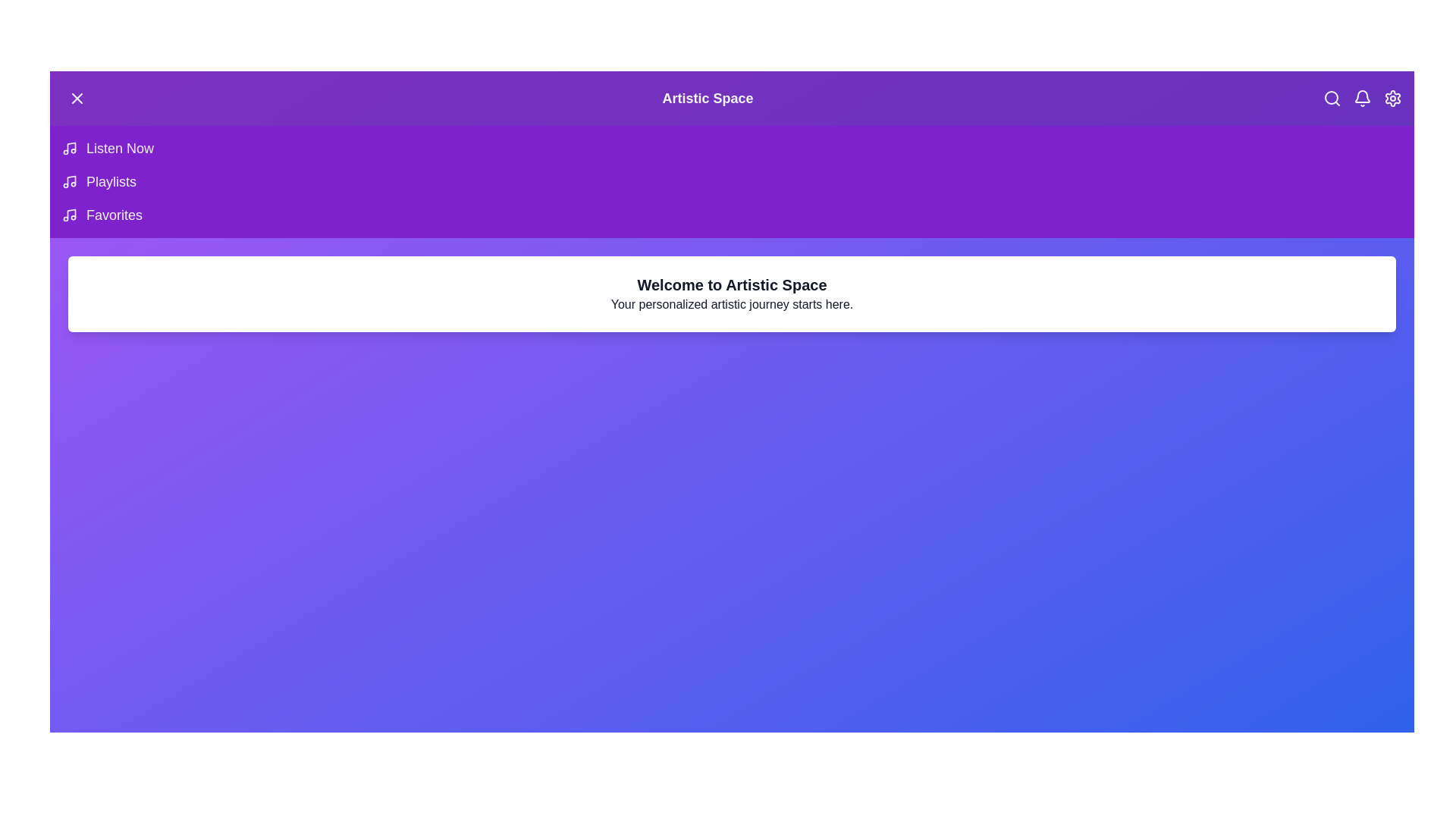  I want to click on the search icon to initiate a search action, so click(1331, 99).